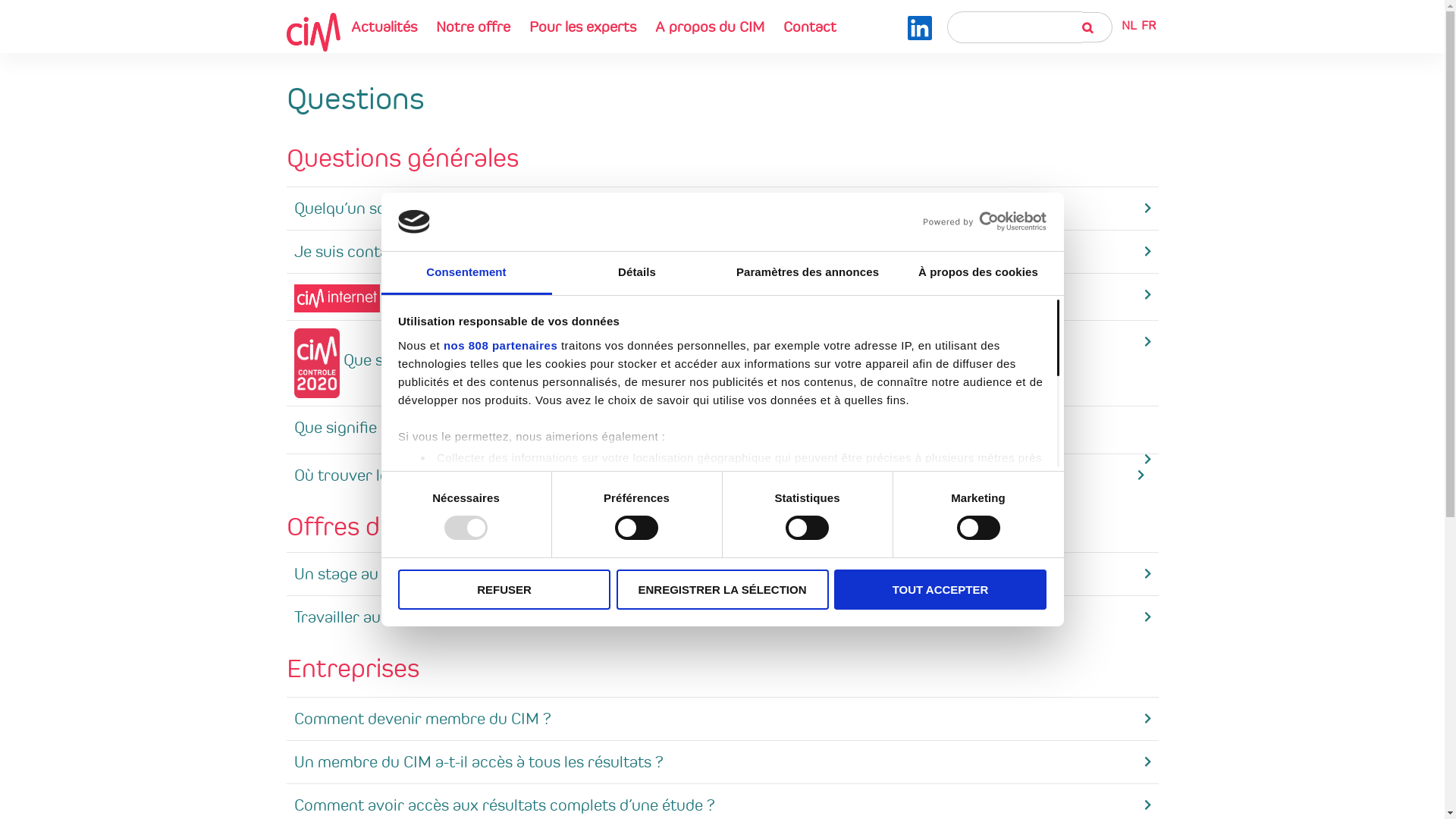 The width and height of the screenshot is (1456, 819). Describe the element at coordinates (1148, 25) in the screenshot. I see `'FR'` at that location.